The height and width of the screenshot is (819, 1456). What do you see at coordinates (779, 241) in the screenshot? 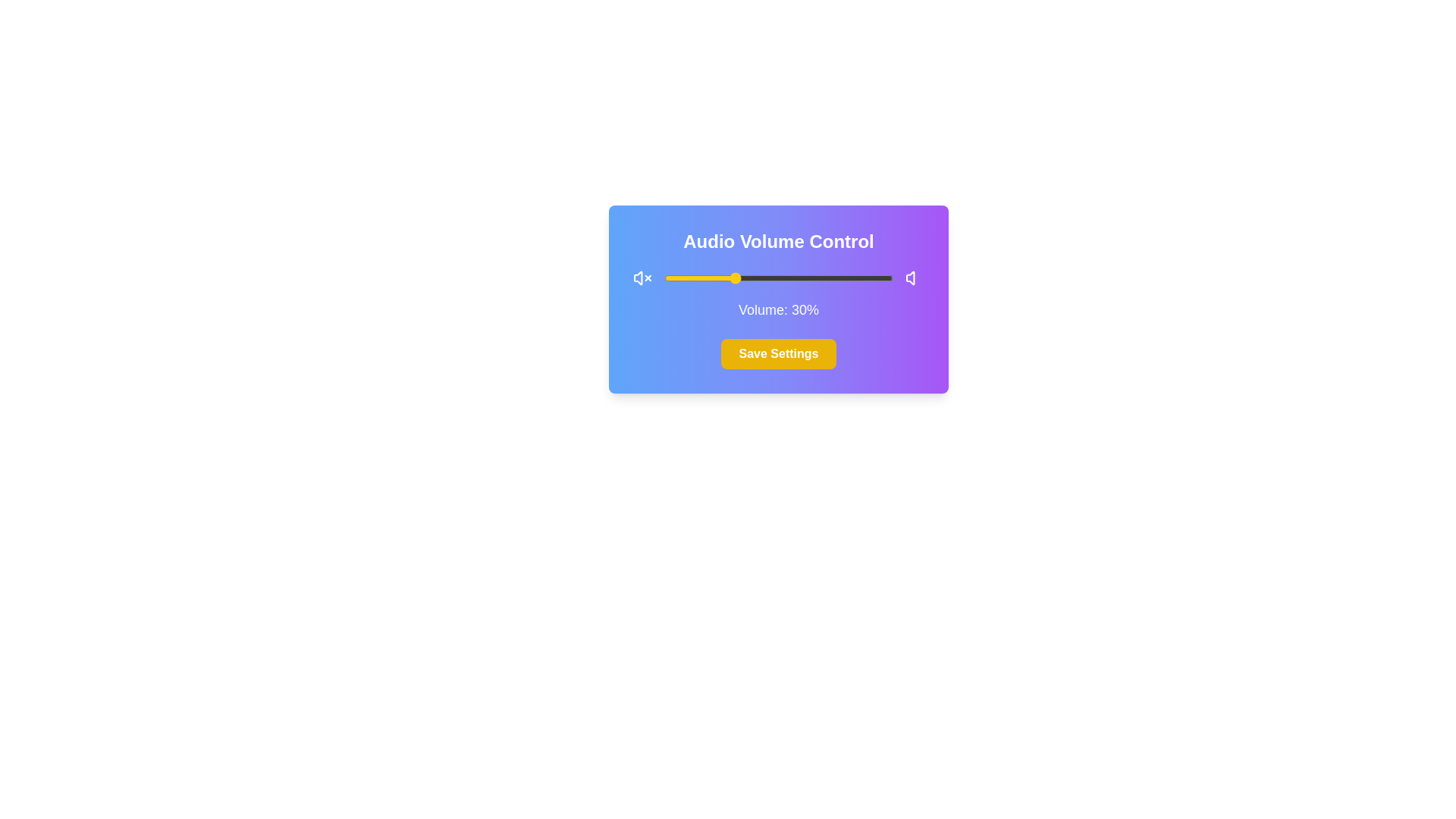
I see `the title of the Audio Volume Control component` at bounding box center [779, 241].